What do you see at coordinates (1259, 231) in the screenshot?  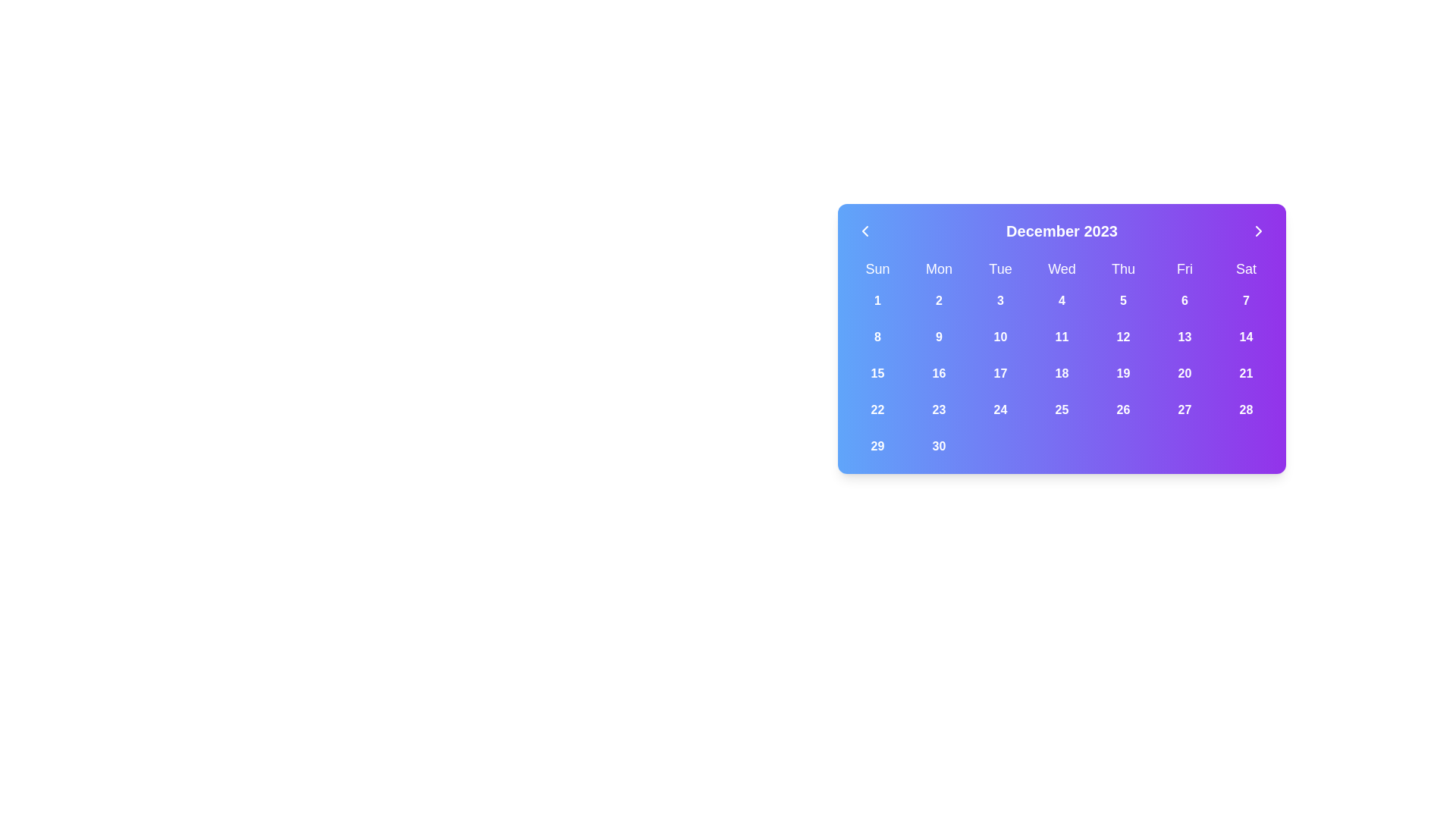 I see `the circular button with a rightward pointing chevron icon located at the top-right corner of the calendar component` at bounding box center [1259, 231].